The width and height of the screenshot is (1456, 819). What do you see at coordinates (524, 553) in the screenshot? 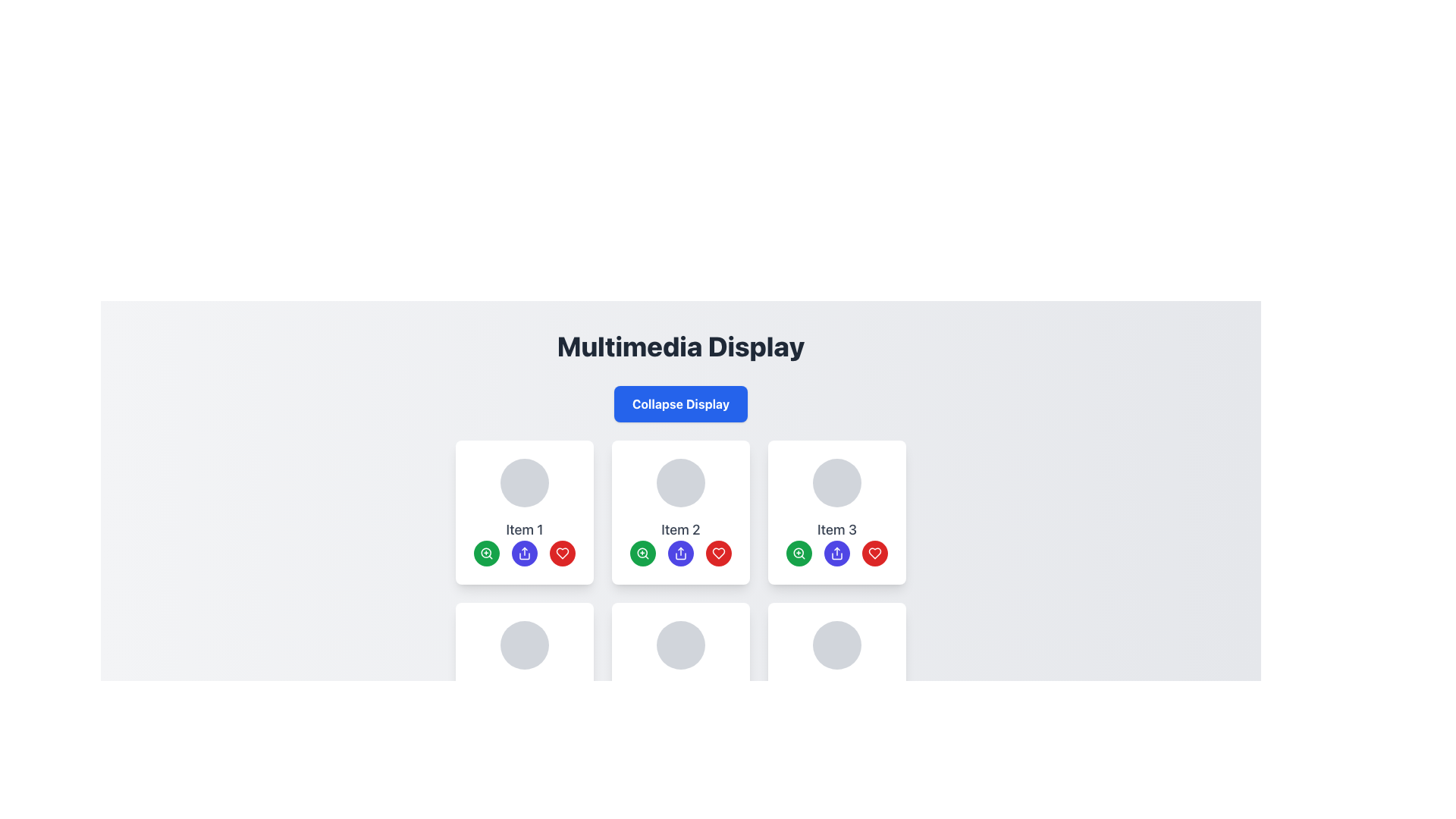
I see `the circular blue button with a white upward arrow icon at the center of the 'Item 1' card to initiate the sharing functionality` at bounding box center [524, 553].